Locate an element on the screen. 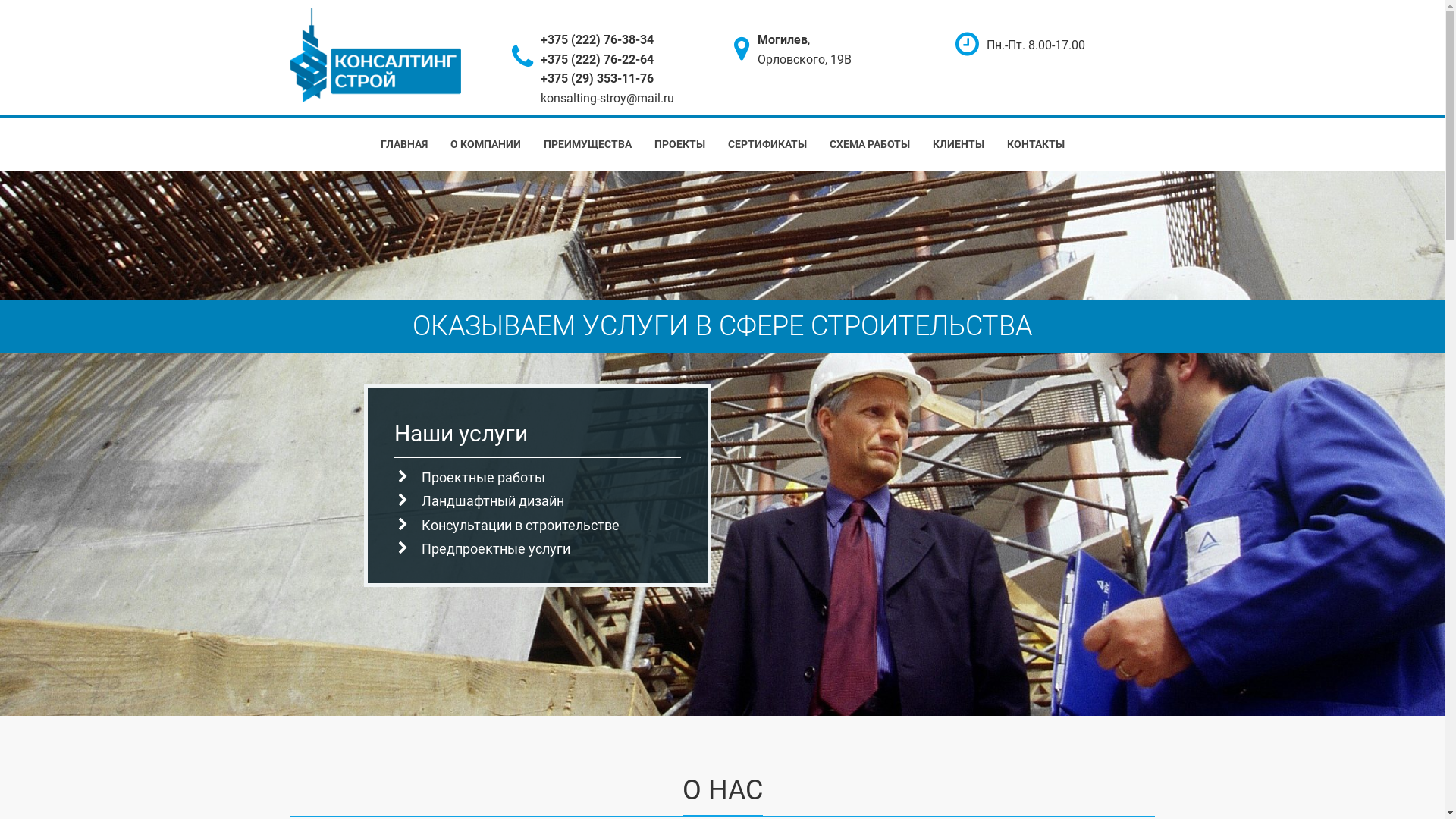  'konsalting-stroy@mail.ru' is located at coordinates (607, 98).